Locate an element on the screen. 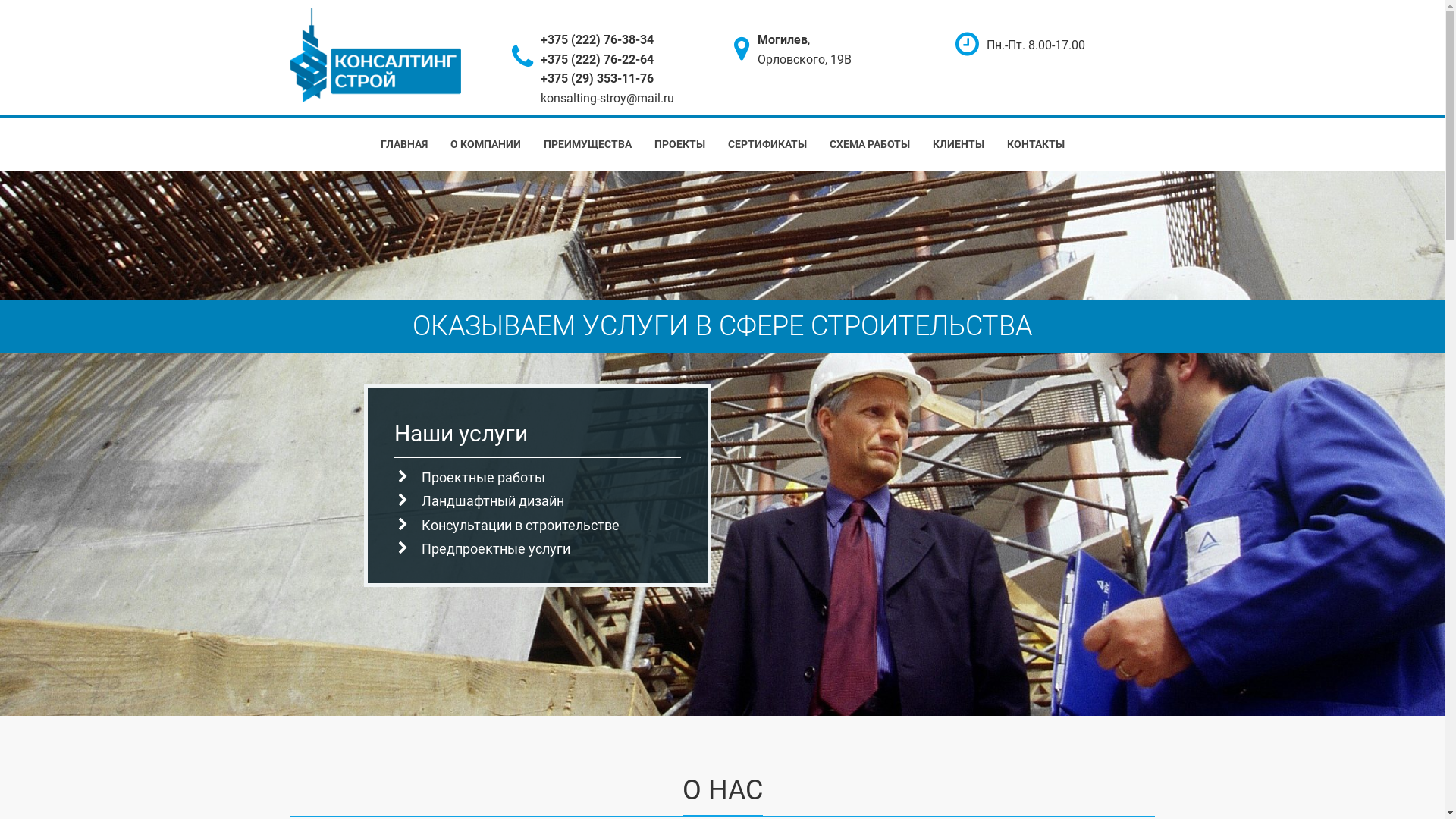  'konsalting-stroy@mail.ru' is located at coordinates (607, 98).